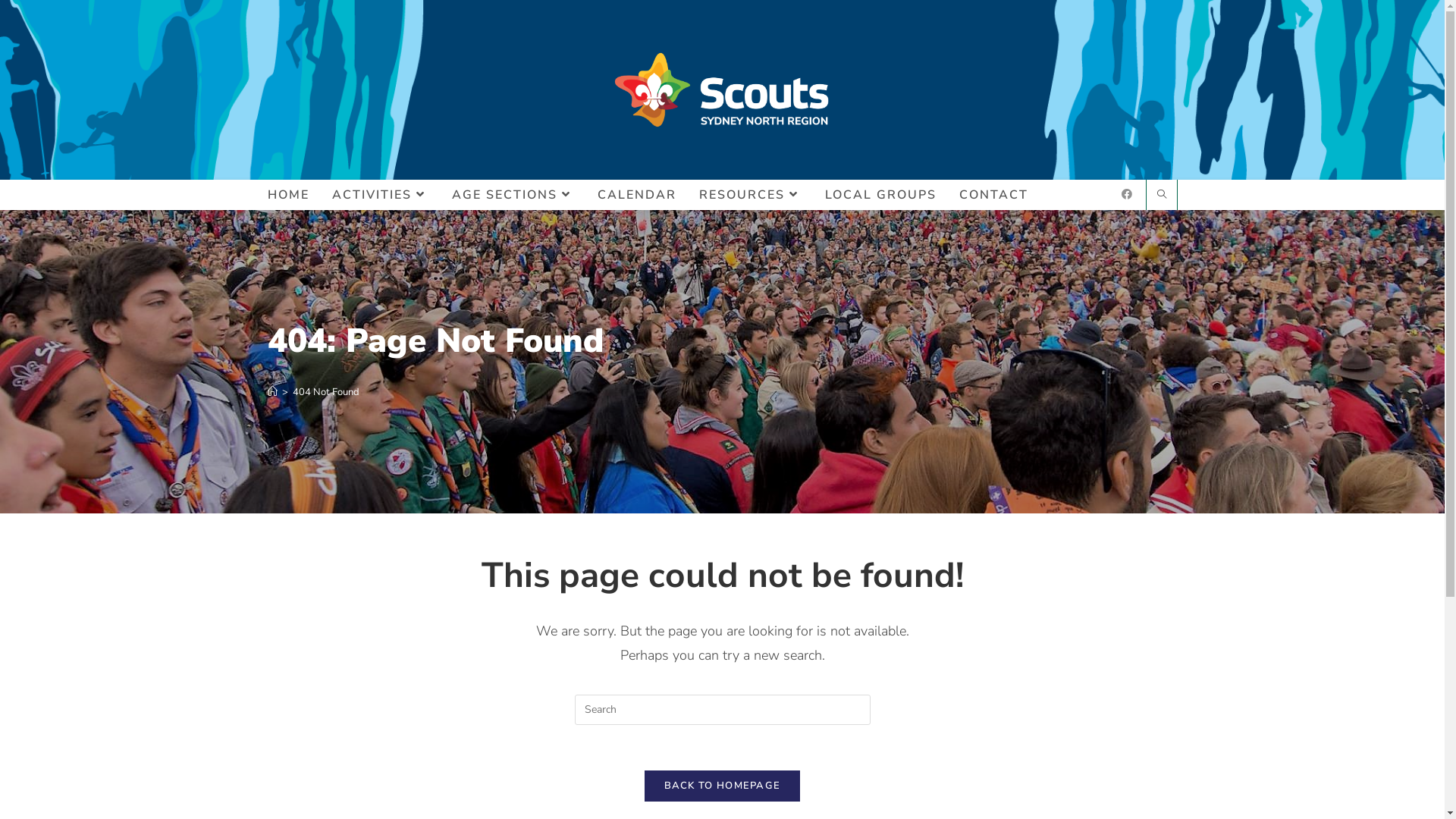 The width and height of the screenshot is (1456, 819). Describe the element at coordinates (722, 785) in the screenshot. I see `'BACK TO HOMEPAGE'` at that location.